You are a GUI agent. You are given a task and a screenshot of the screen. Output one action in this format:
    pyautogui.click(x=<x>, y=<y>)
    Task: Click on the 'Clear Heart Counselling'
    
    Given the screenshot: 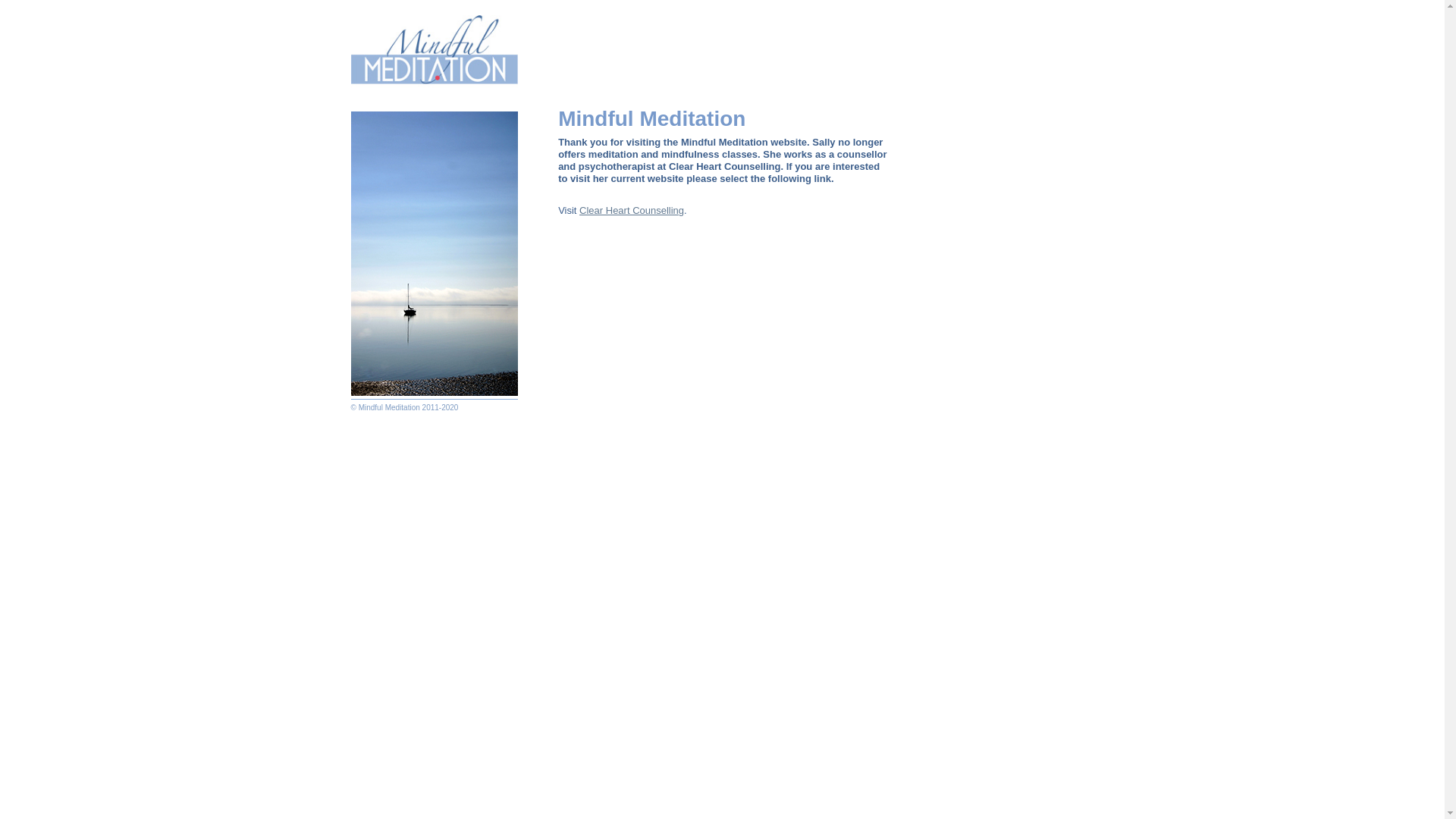 What is the action you would take?
    pyautogui.click(x=632, y=210)
    